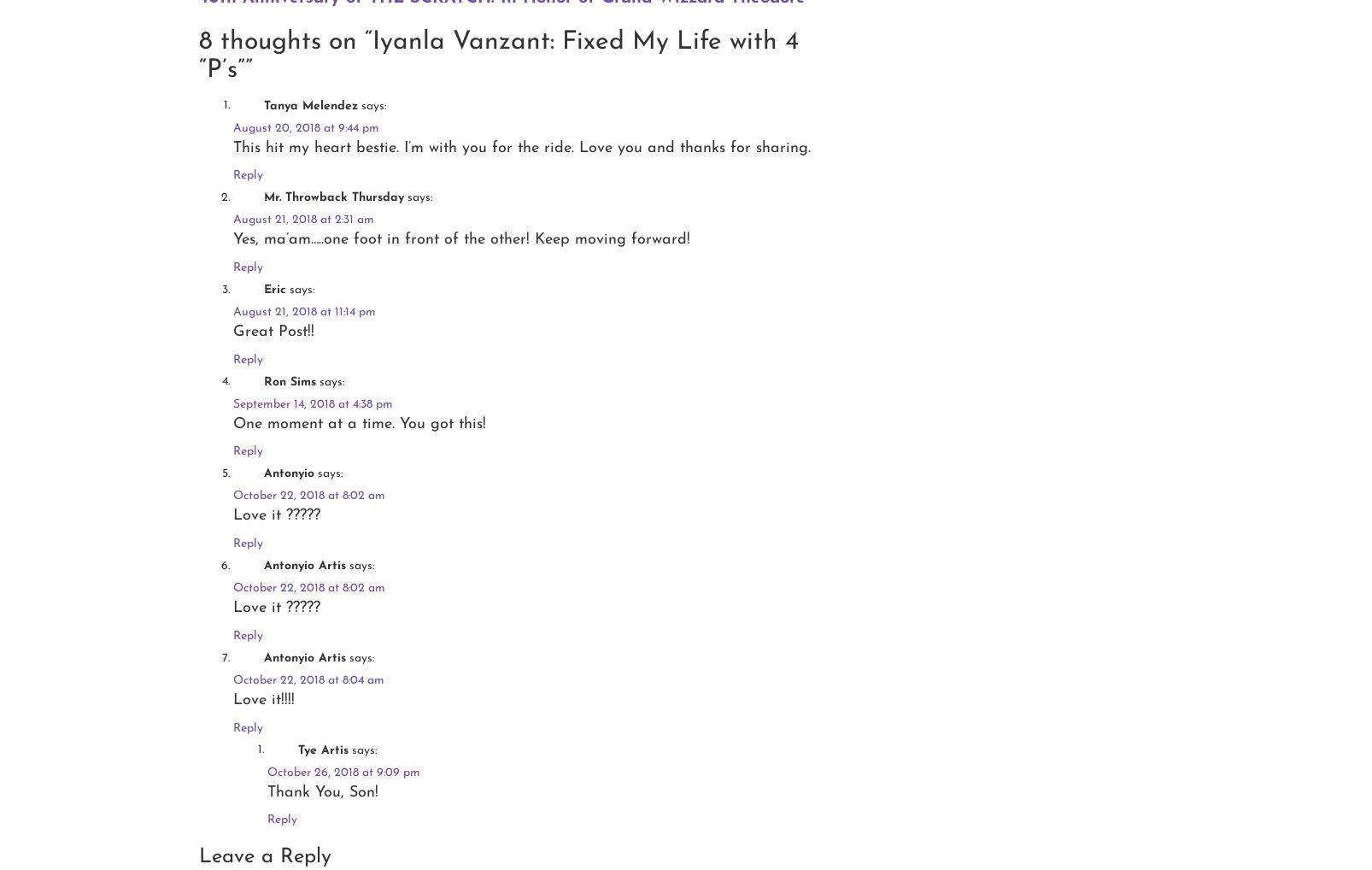  I want to click on 'Thank You, Son!', so click(322, 791).